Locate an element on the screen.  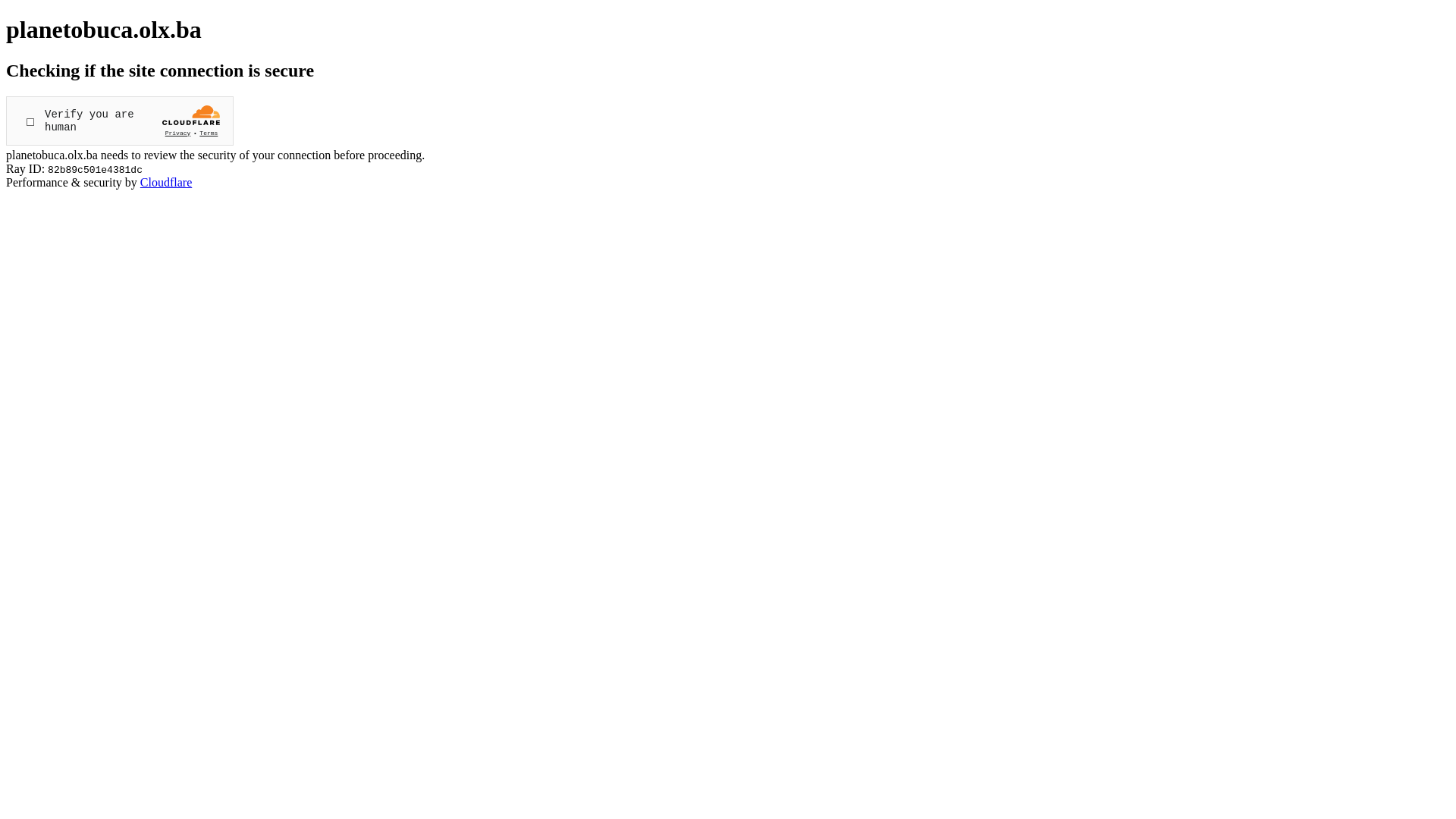
'Widget containing a Cloudflare security challenge' is located at coordinates (119, 120).